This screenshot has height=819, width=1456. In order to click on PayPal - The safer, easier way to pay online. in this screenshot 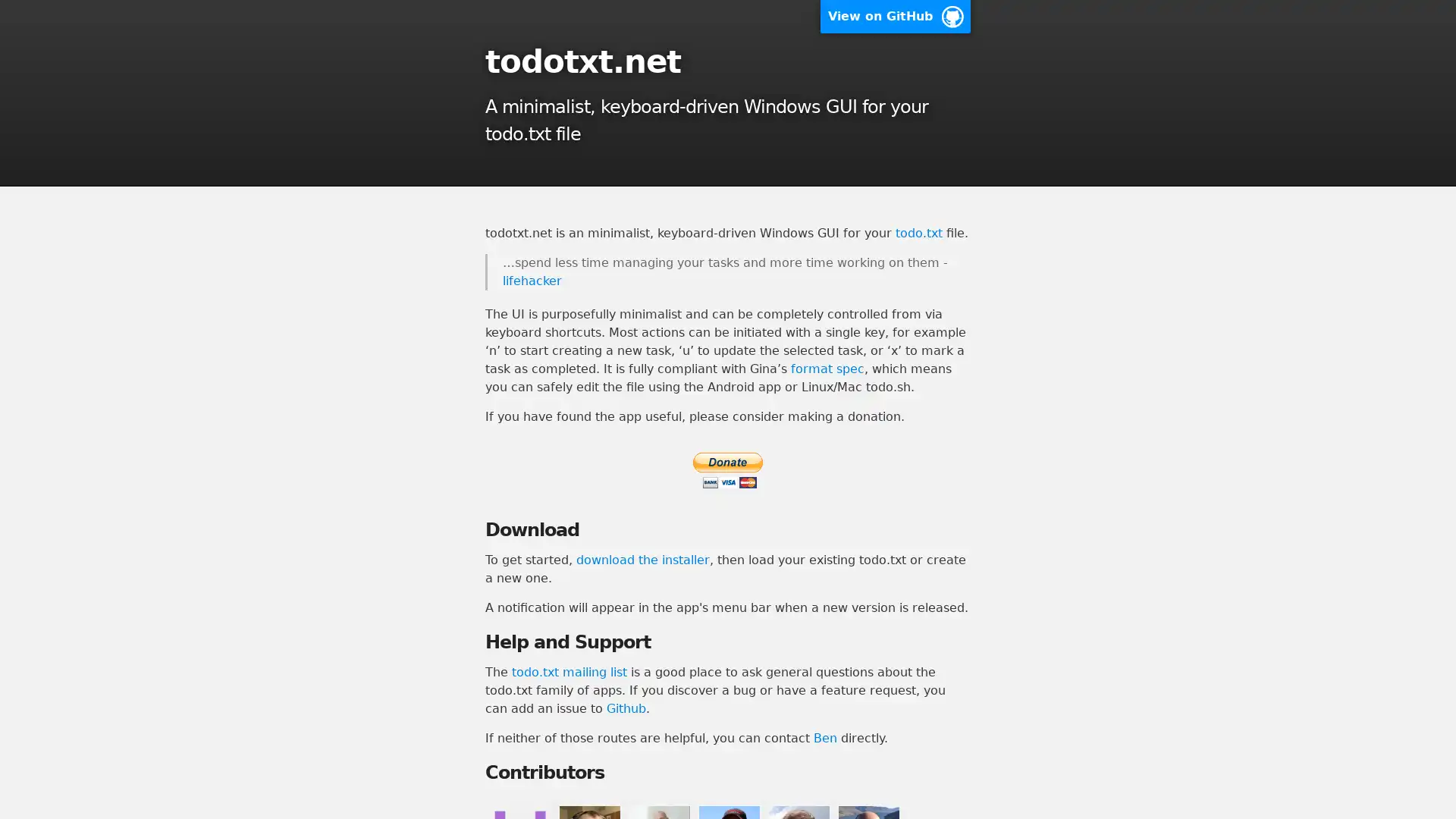, I will do `click(726, 469)`.